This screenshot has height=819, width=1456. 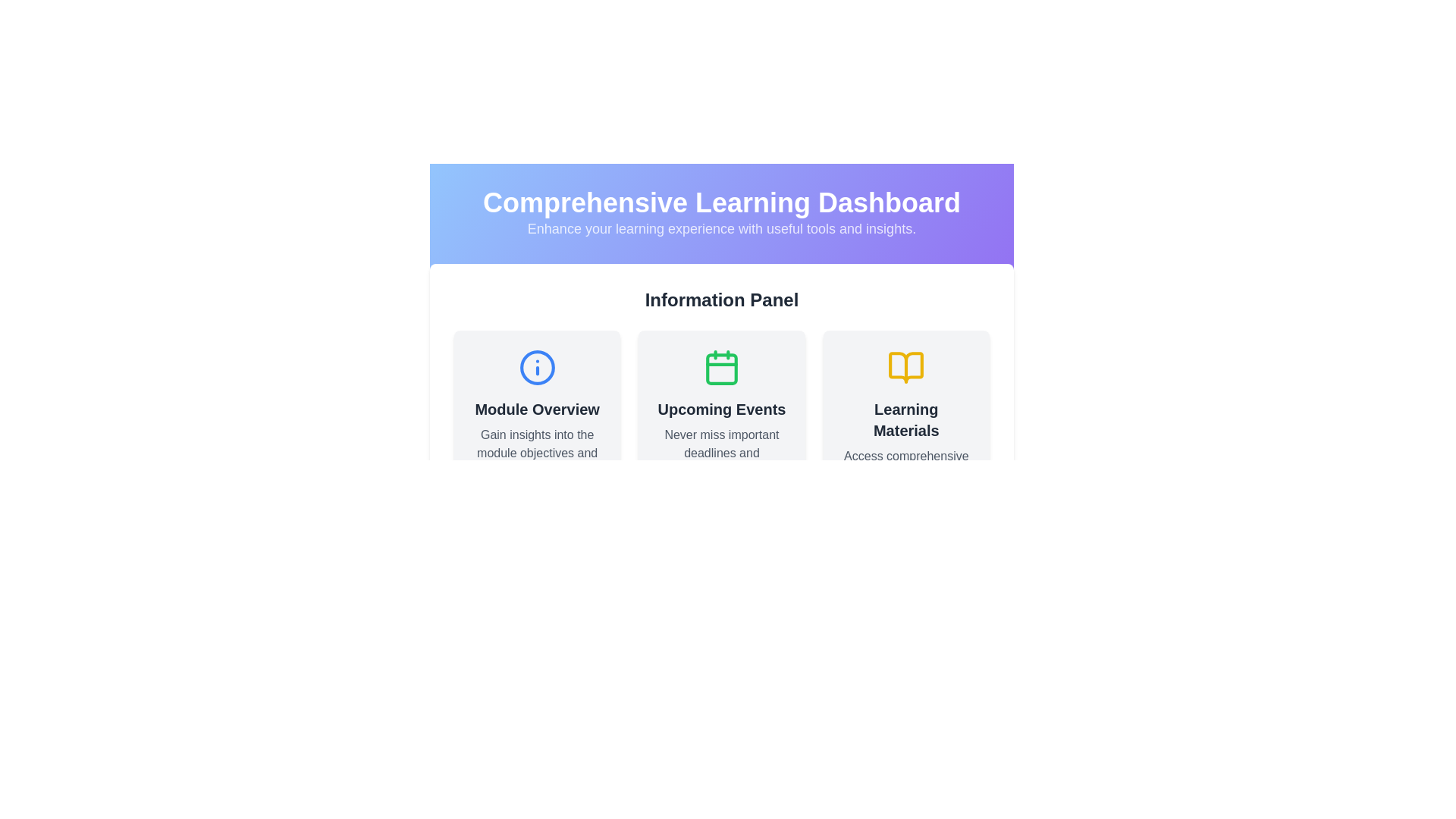 What do you see at coordinates (537, 368) in the screenshot?
I see `the circular 'info' icon with a blue outline and white background, featuring an 'i' symbol, located centrally within the 'Module Overview' panel` at bounding box center [537, 368].